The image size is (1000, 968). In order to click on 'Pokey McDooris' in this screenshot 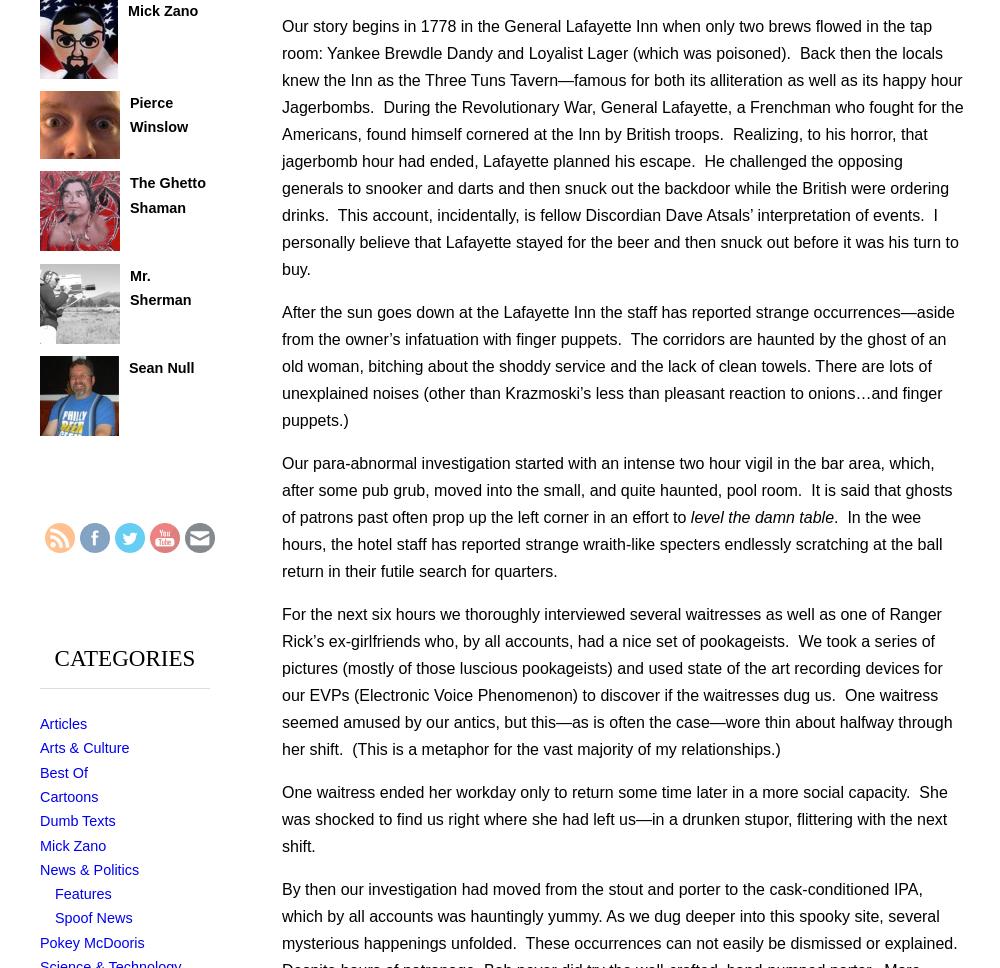, I will do `click(91, 940)`.